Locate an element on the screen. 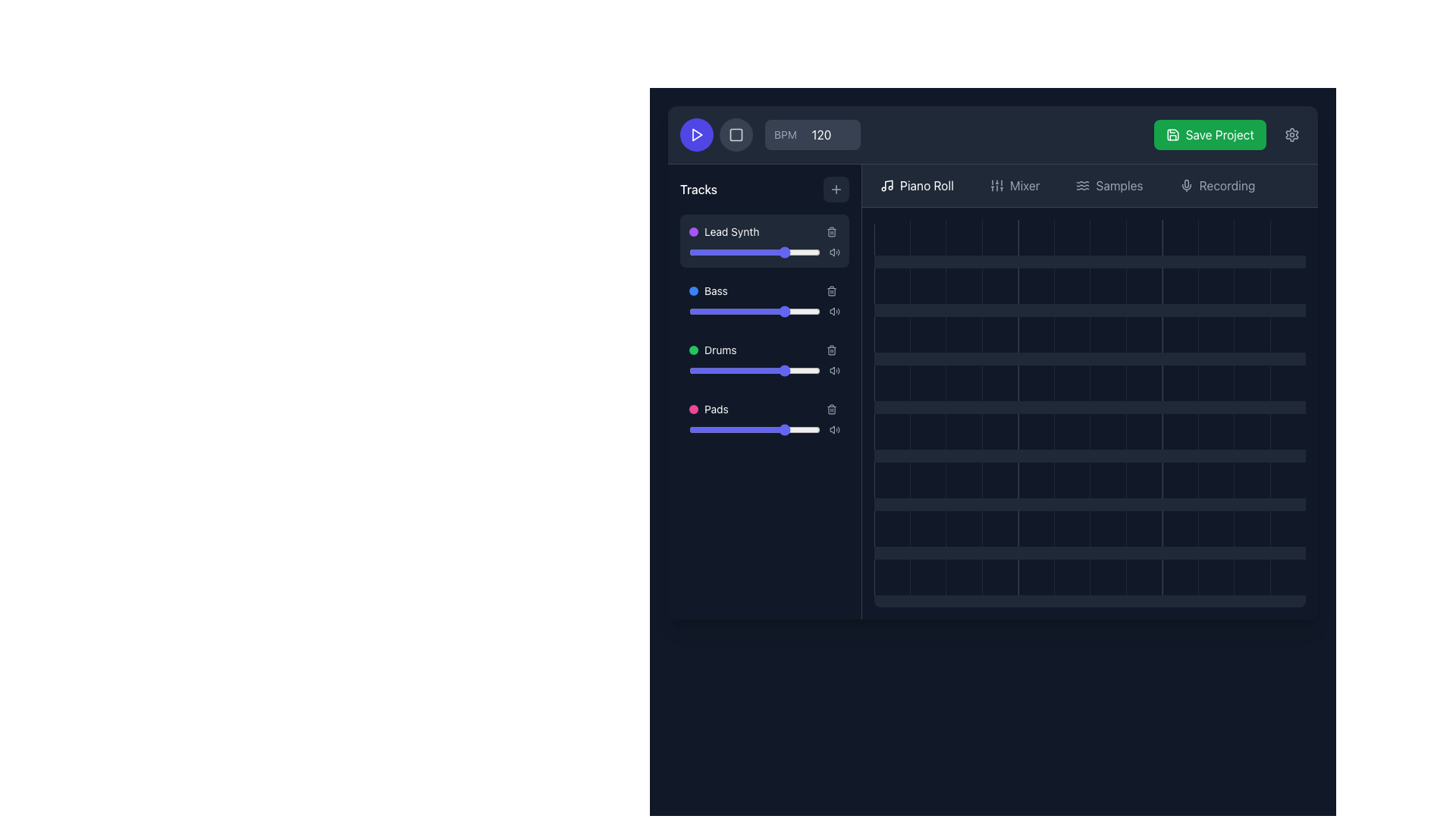 Image resolution: width=1456 pixels, height=819 pixels. the grid cell located in the first row and seventh position of the grid layout, which has a dark background that changes to a lighter shade on hover is located at coordinates (1108, 237).